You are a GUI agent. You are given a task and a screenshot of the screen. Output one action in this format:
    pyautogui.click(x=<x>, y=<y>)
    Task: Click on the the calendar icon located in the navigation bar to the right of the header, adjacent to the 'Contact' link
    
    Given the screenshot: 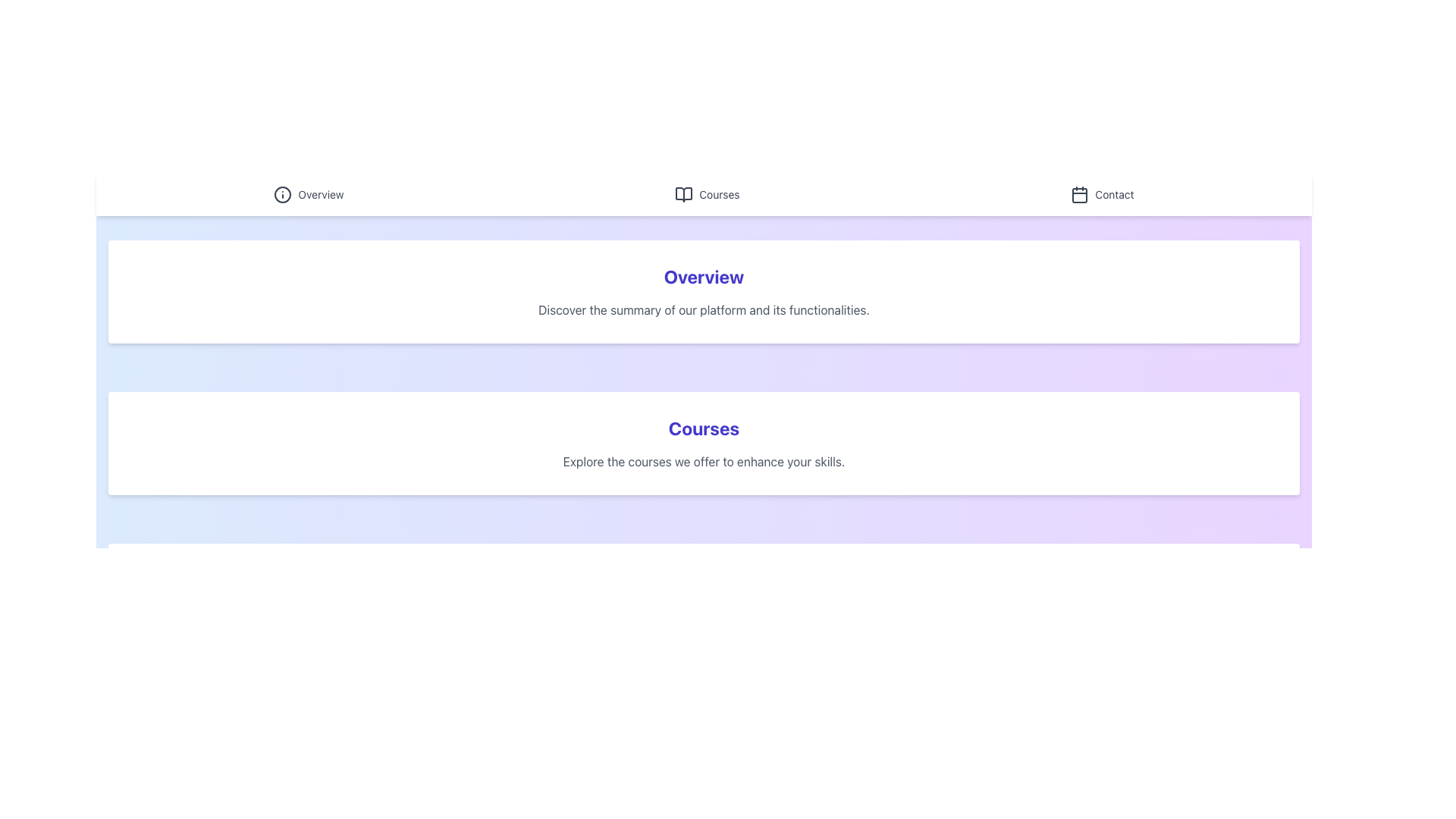 What is the action you would take?
    pyautogui.click(x=1079, y=194)
    